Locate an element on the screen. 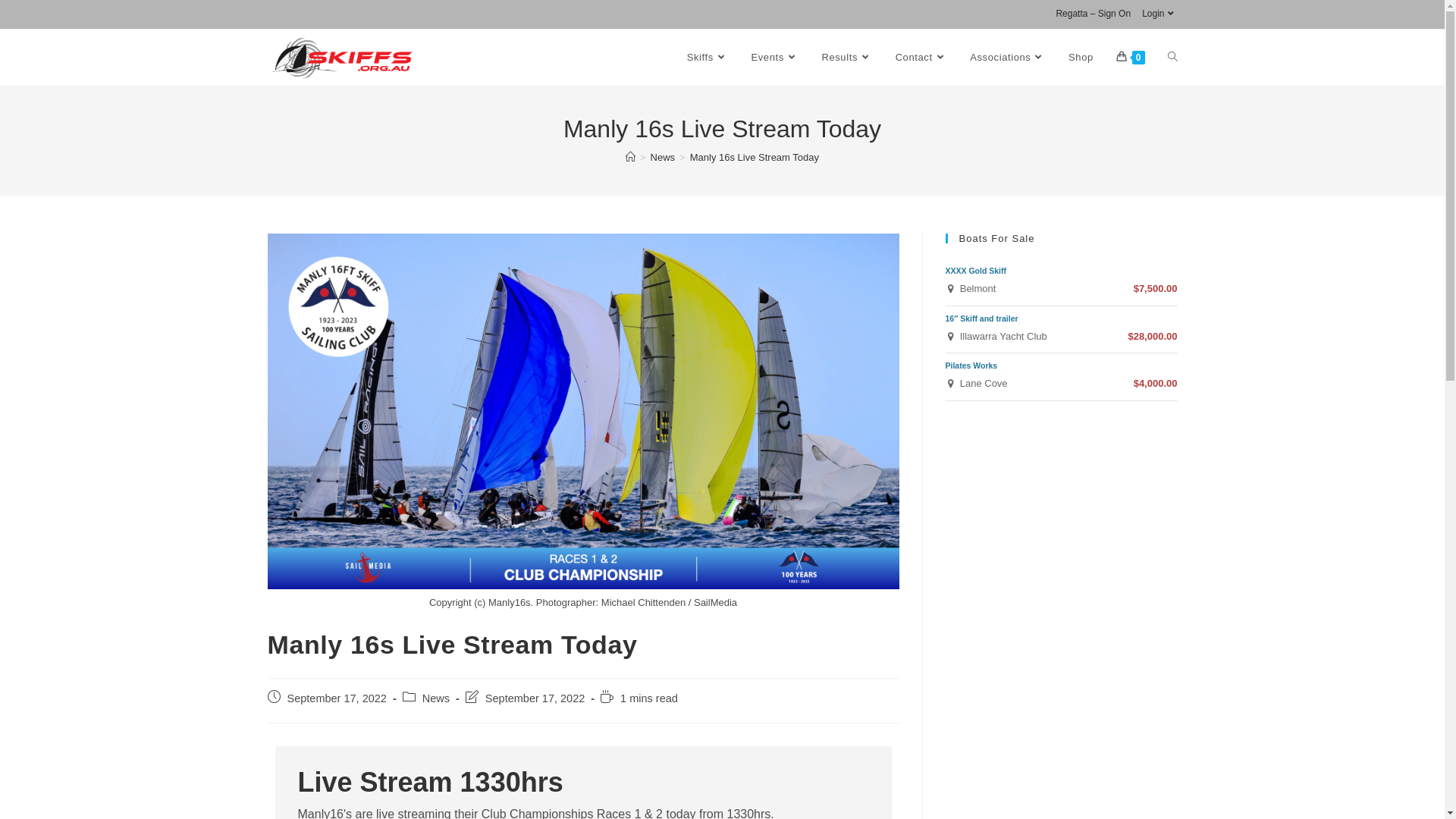 Image resolution: width=1456 pixels, height=819 pixels. 'XXXX Gold Skiff' is located at coordinates (975, 270).